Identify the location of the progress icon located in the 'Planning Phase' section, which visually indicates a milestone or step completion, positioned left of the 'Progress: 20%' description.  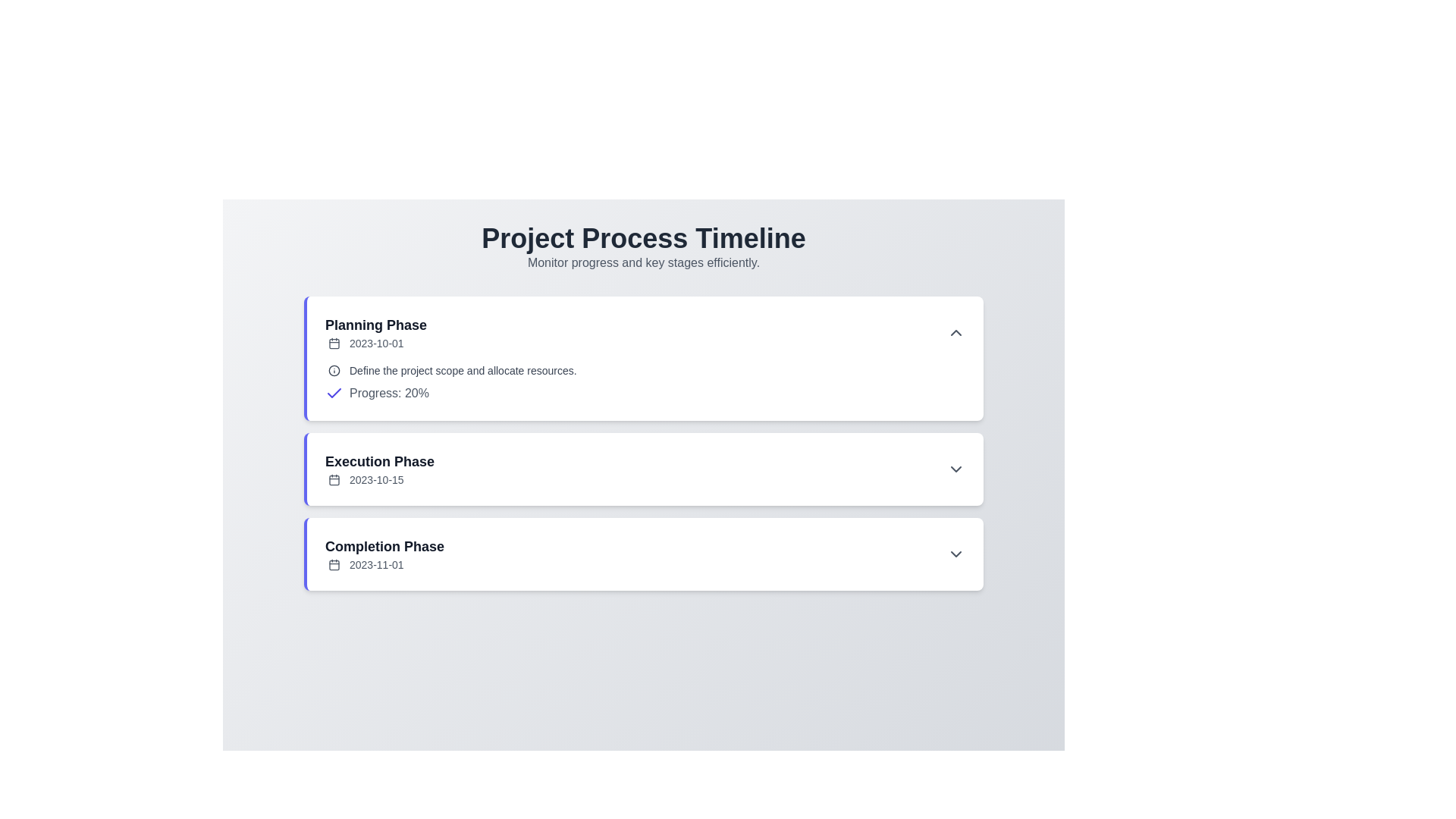
(334, 392).